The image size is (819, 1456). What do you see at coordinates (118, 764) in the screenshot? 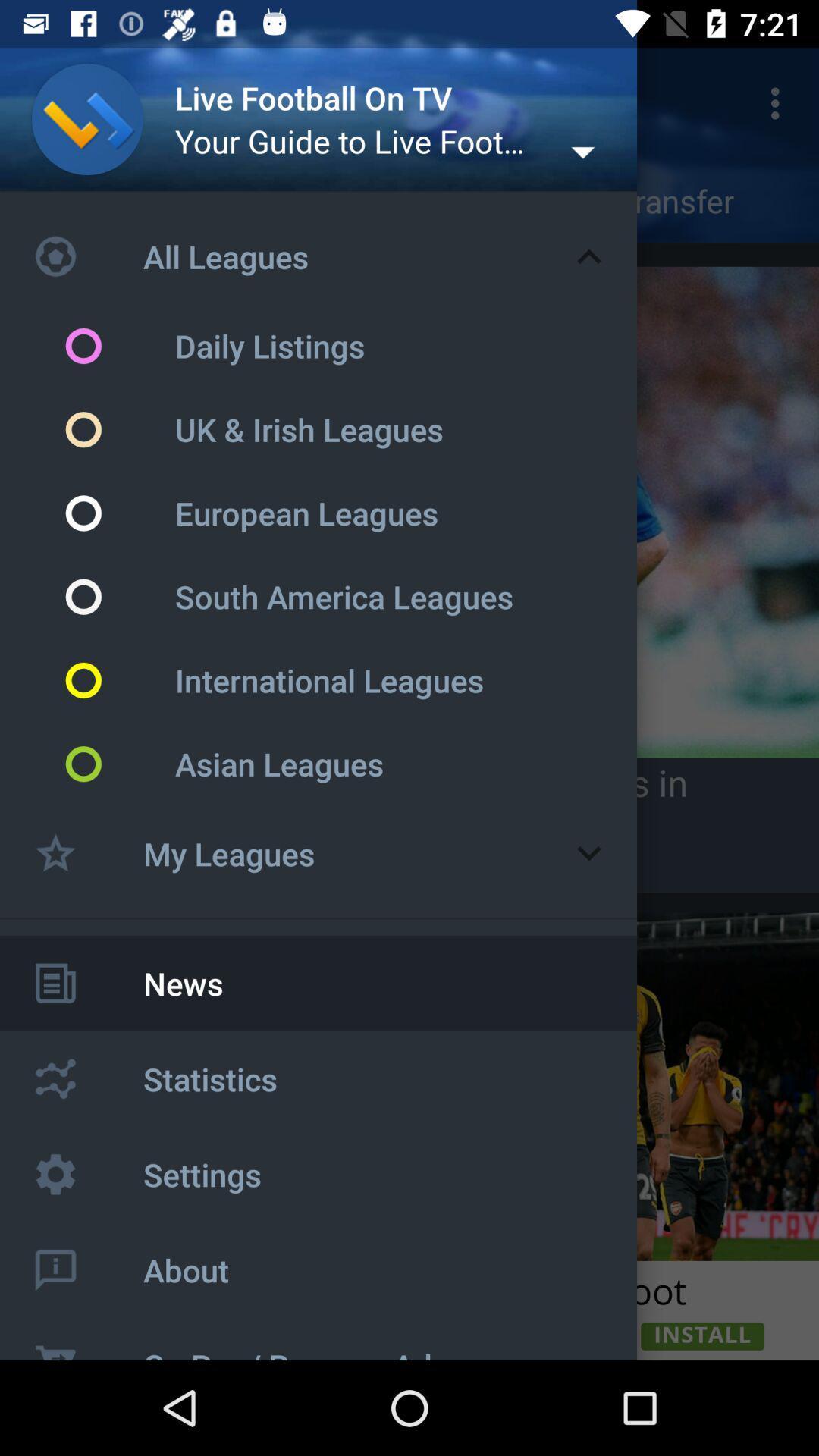
I see `the circle near asian leagues` at bounding box center [118, 764].